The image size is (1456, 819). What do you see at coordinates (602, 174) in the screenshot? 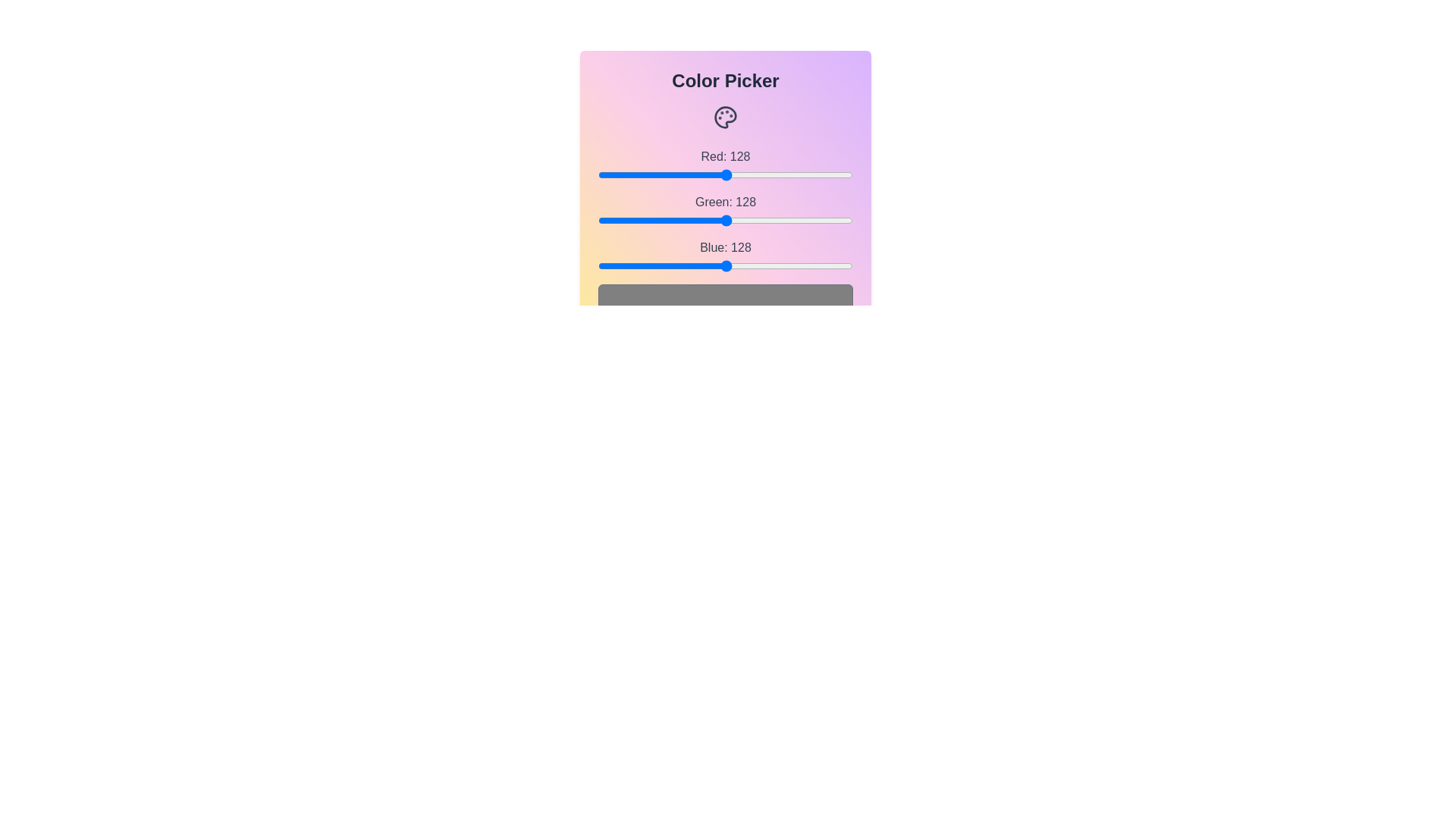
I see `the red slider to set the red channel to 5` at bounding box center [602, 174].